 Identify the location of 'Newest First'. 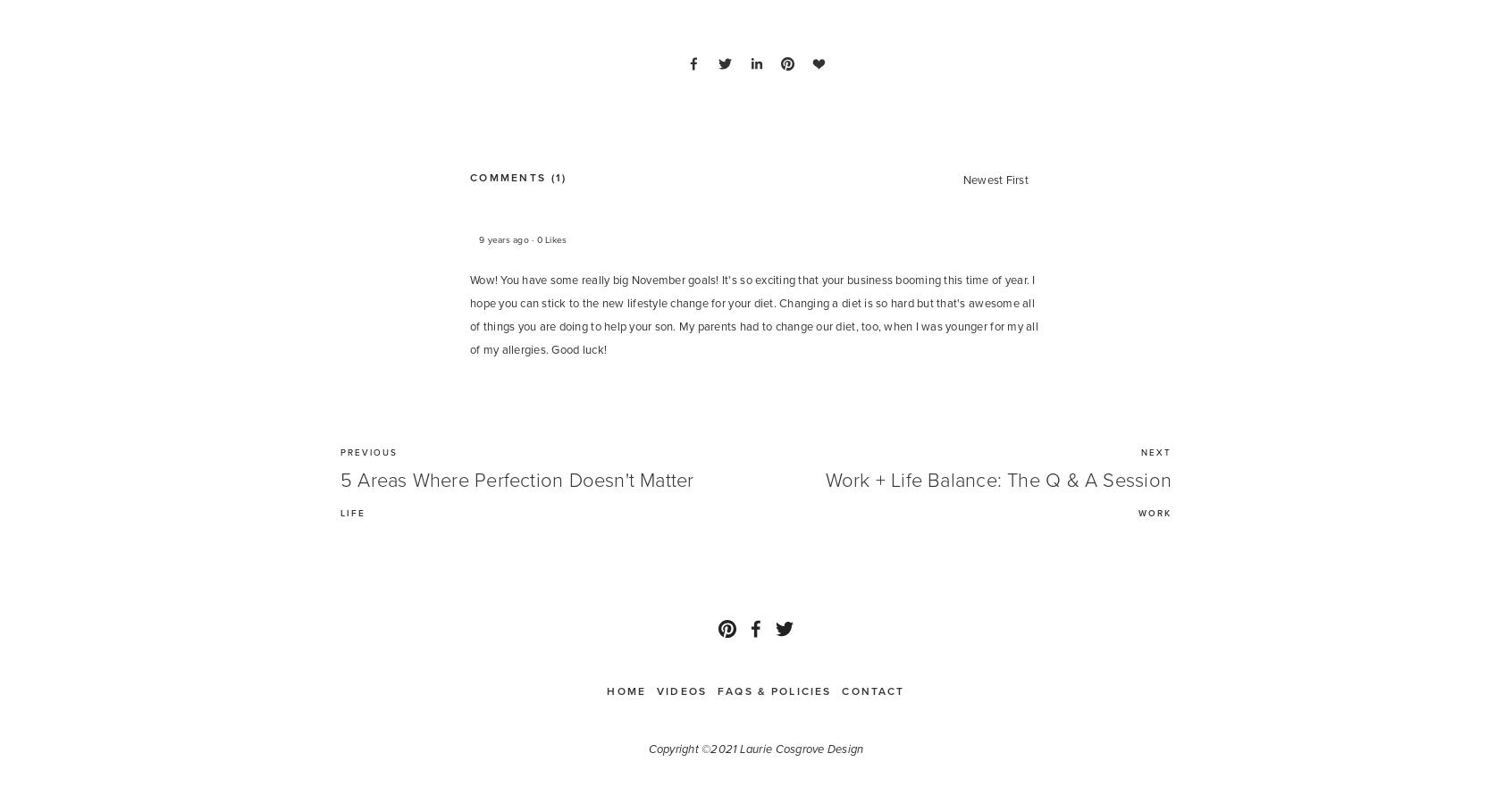
(995, 180).